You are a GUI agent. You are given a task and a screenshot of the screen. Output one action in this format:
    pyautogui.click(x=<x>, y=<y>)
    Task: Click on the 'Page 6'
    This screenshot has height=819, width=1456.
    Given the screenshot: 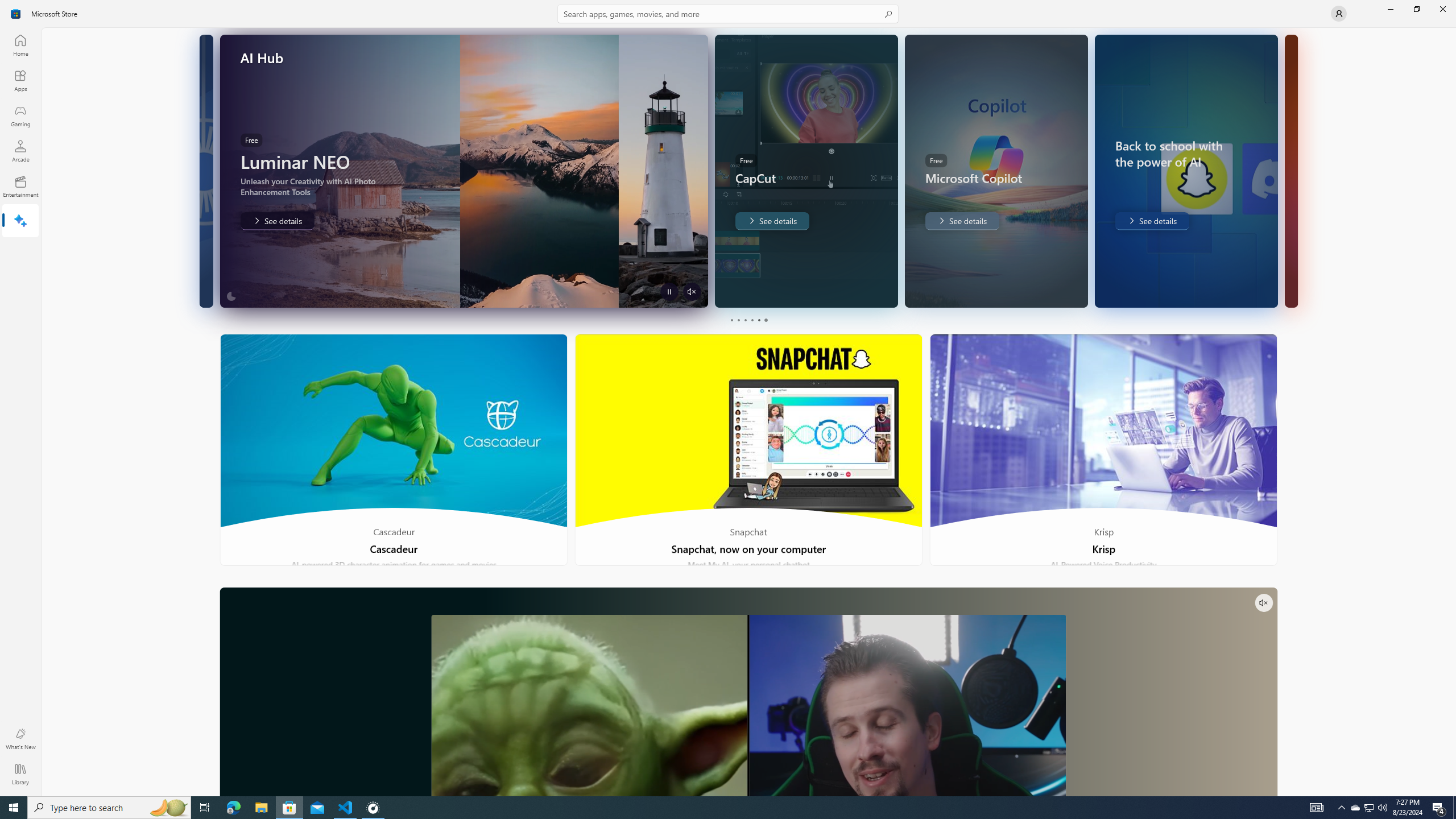 What is the action you would take?
    pyautogui.click(x=765, y=320)
    